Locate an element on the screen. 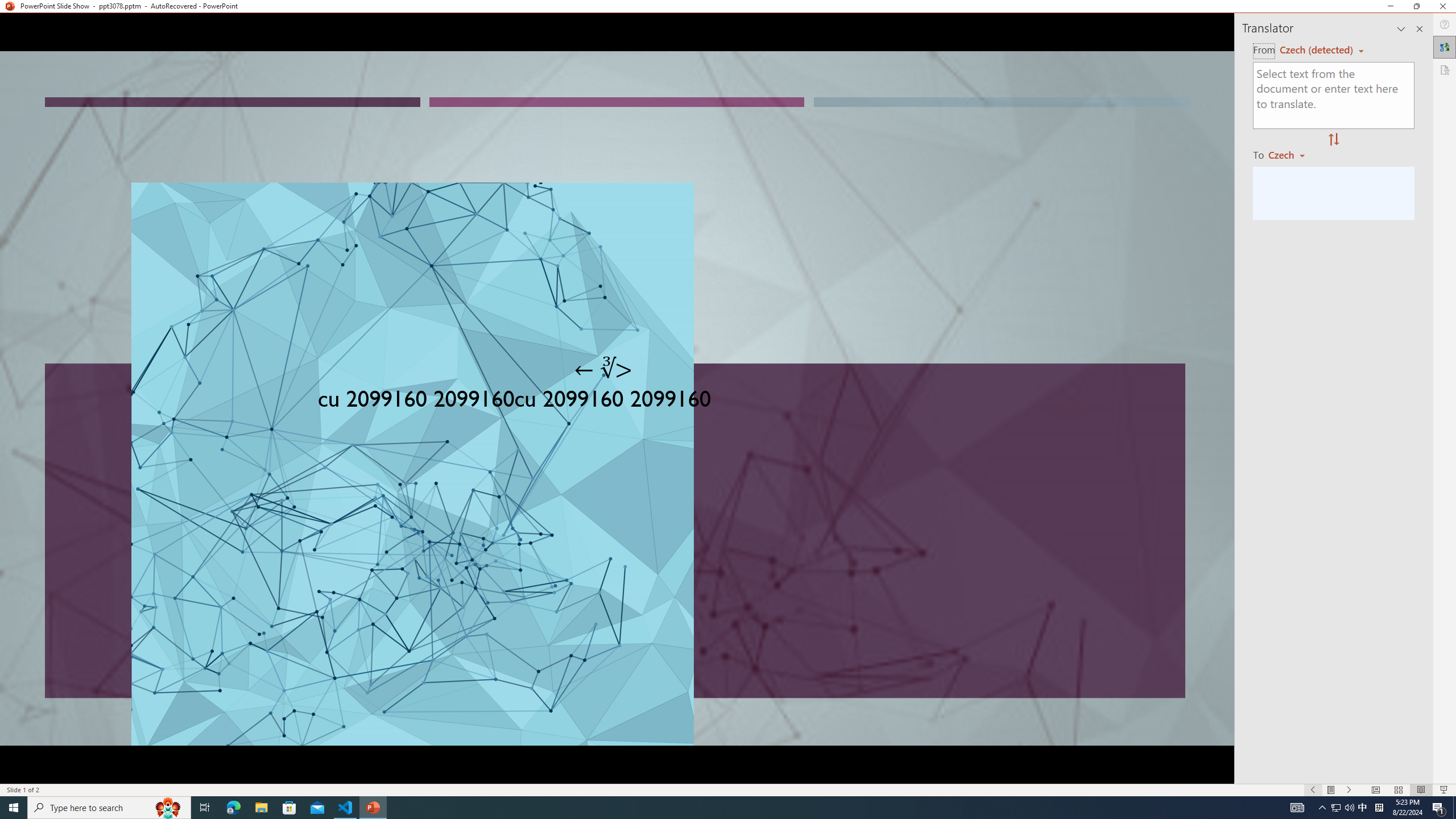  'Menu On' is located at coordinates (1331, 790).